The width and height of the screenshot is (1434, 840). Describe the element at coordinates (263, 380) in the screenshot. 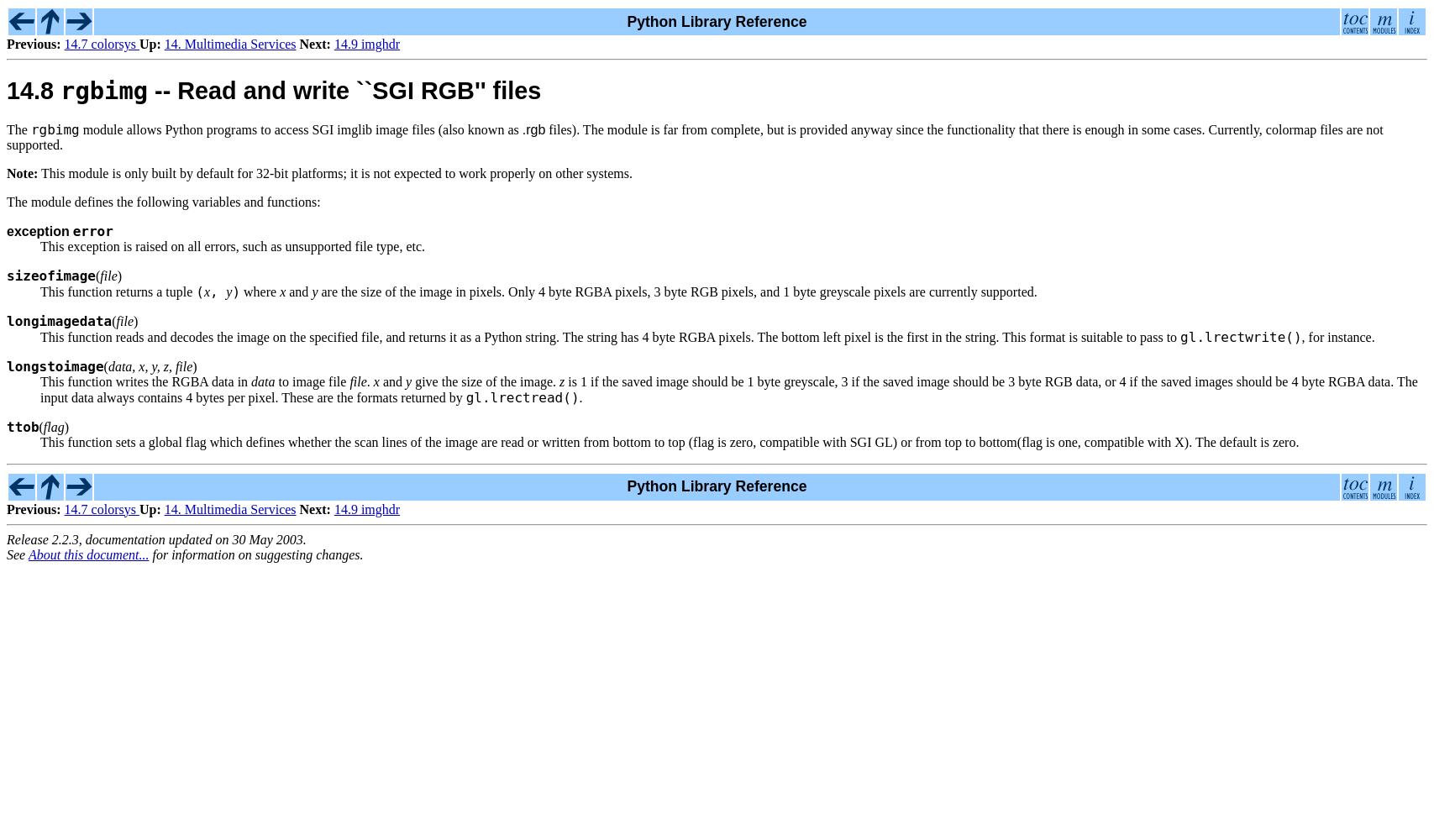

I see `'data'` at that location.